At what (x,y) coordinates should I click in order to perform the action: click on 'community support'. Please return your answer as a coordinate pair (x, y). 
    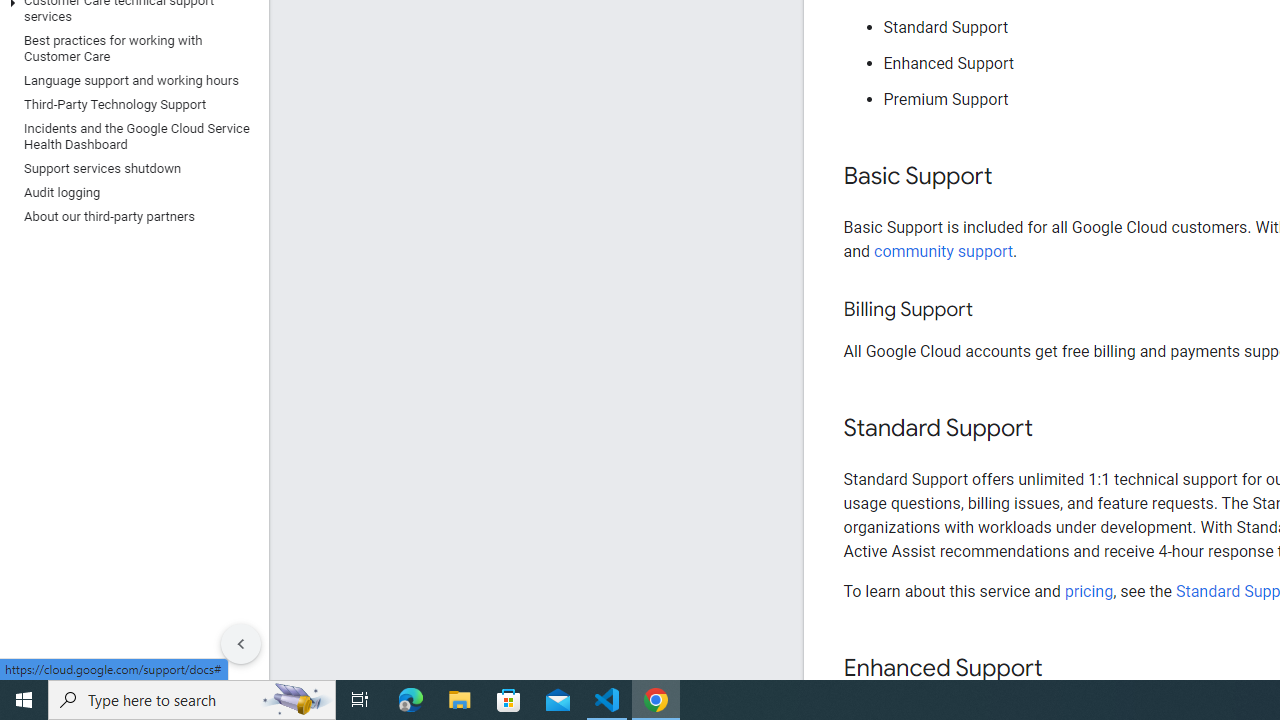
    Looking at the image, I should click on (943, 250).